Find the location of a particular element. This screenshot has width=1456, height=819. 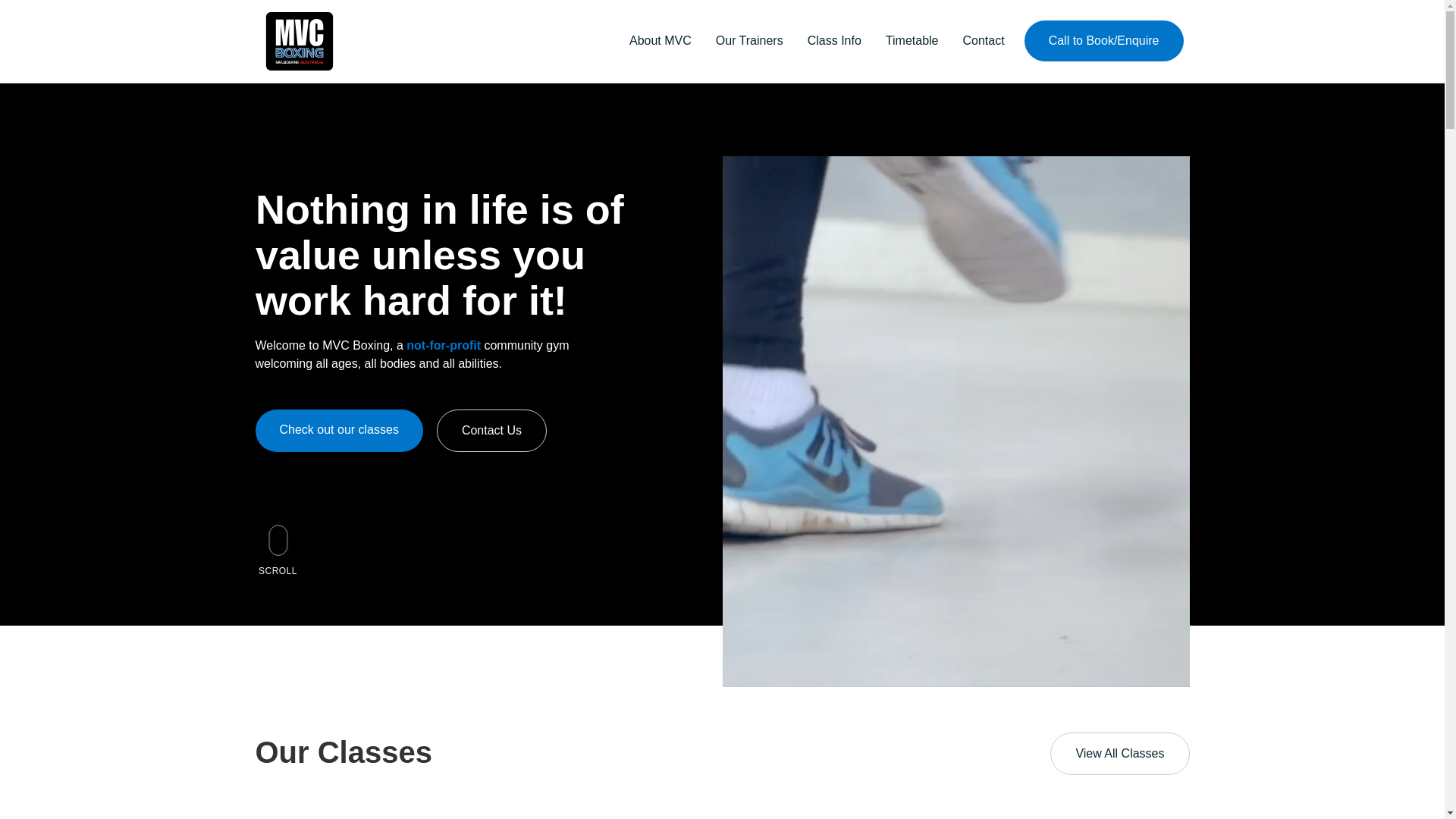

'Contact Us' is located at coordinates (436, 430).